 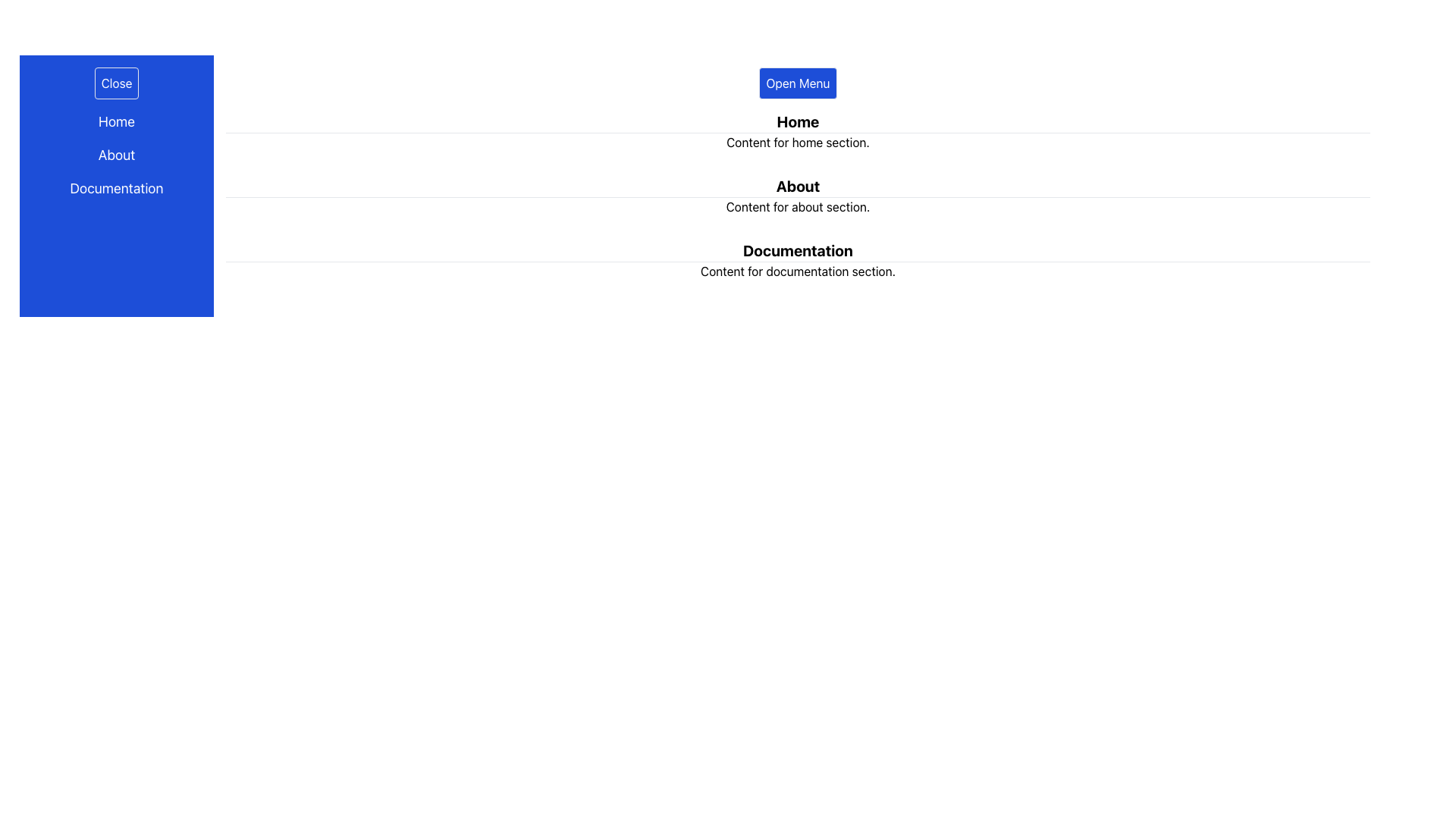 I want to click on the 'Documentation' section, which combines a heading and descriptive text, located at the bottom of the main content sections after the 'About' section, so click(x=797, y=259).